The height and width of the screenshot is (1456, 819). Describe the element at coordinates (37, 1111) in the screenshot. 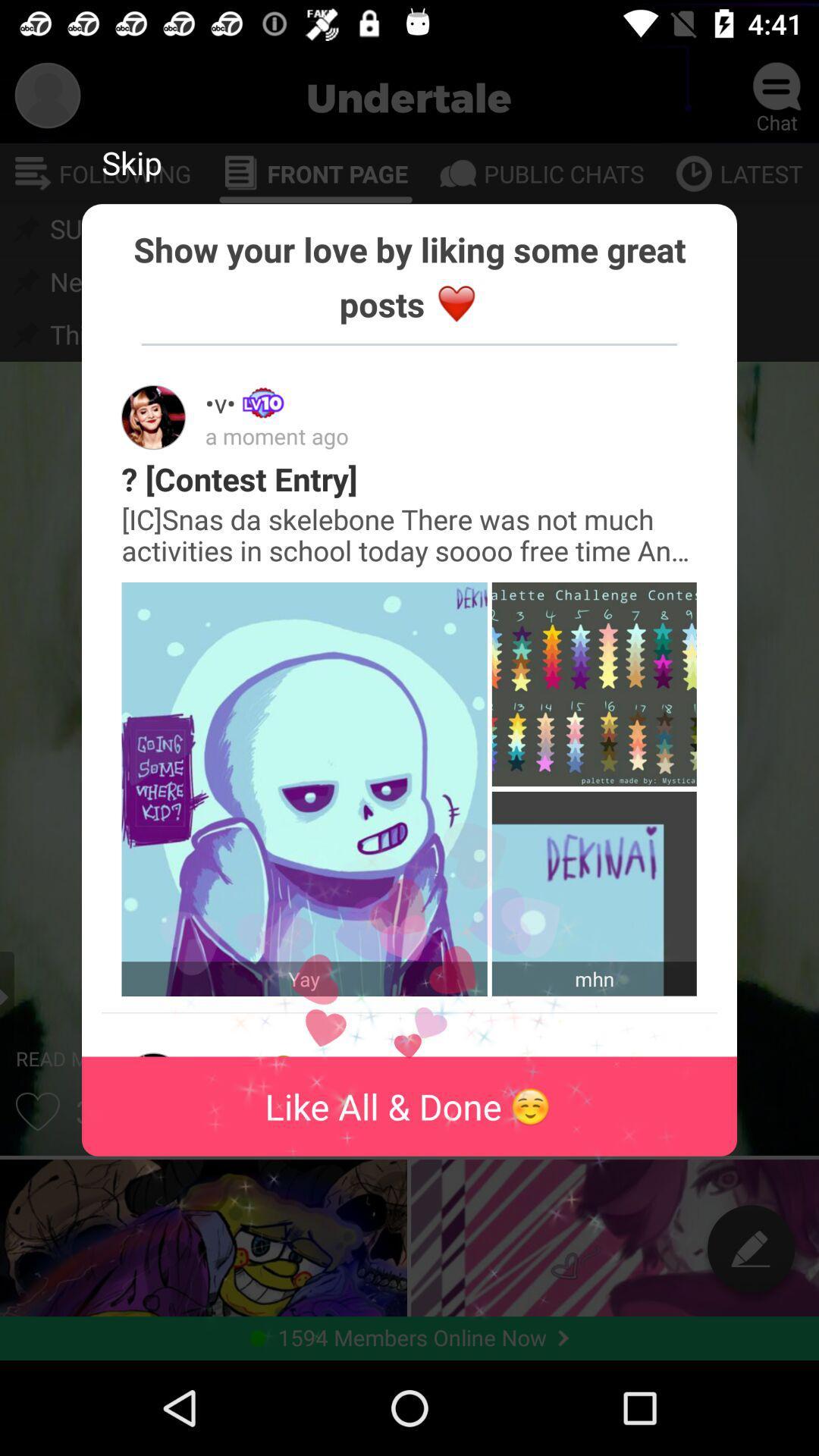

I see `the favourite icon which is on the left side of the page` at that location.